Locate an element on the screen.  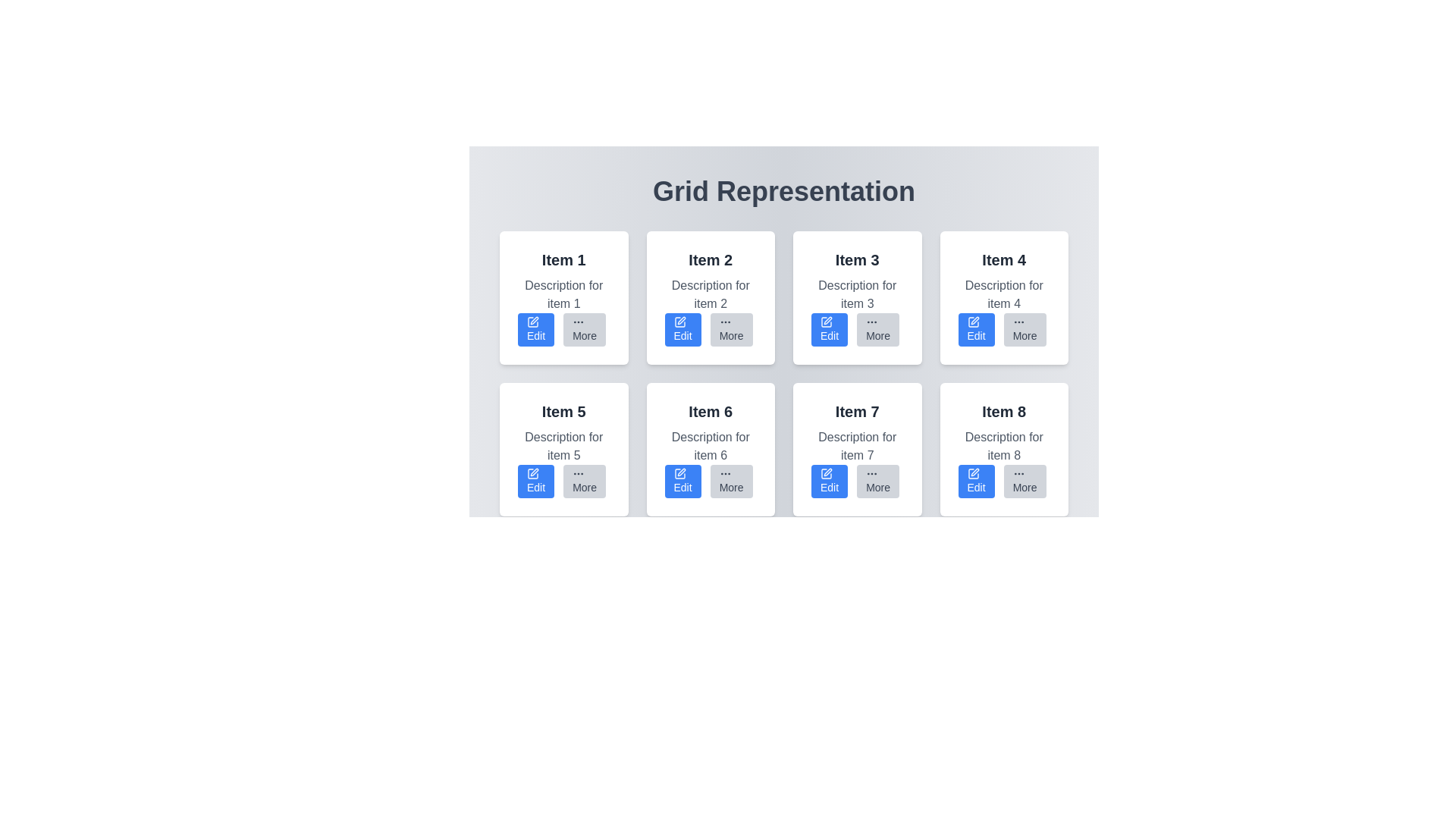
the 'Edit' action button icon located inside the blue button on the card labeled 'Item 1' in the top-left corner of the grid layout is located at coordinates (532, 321).